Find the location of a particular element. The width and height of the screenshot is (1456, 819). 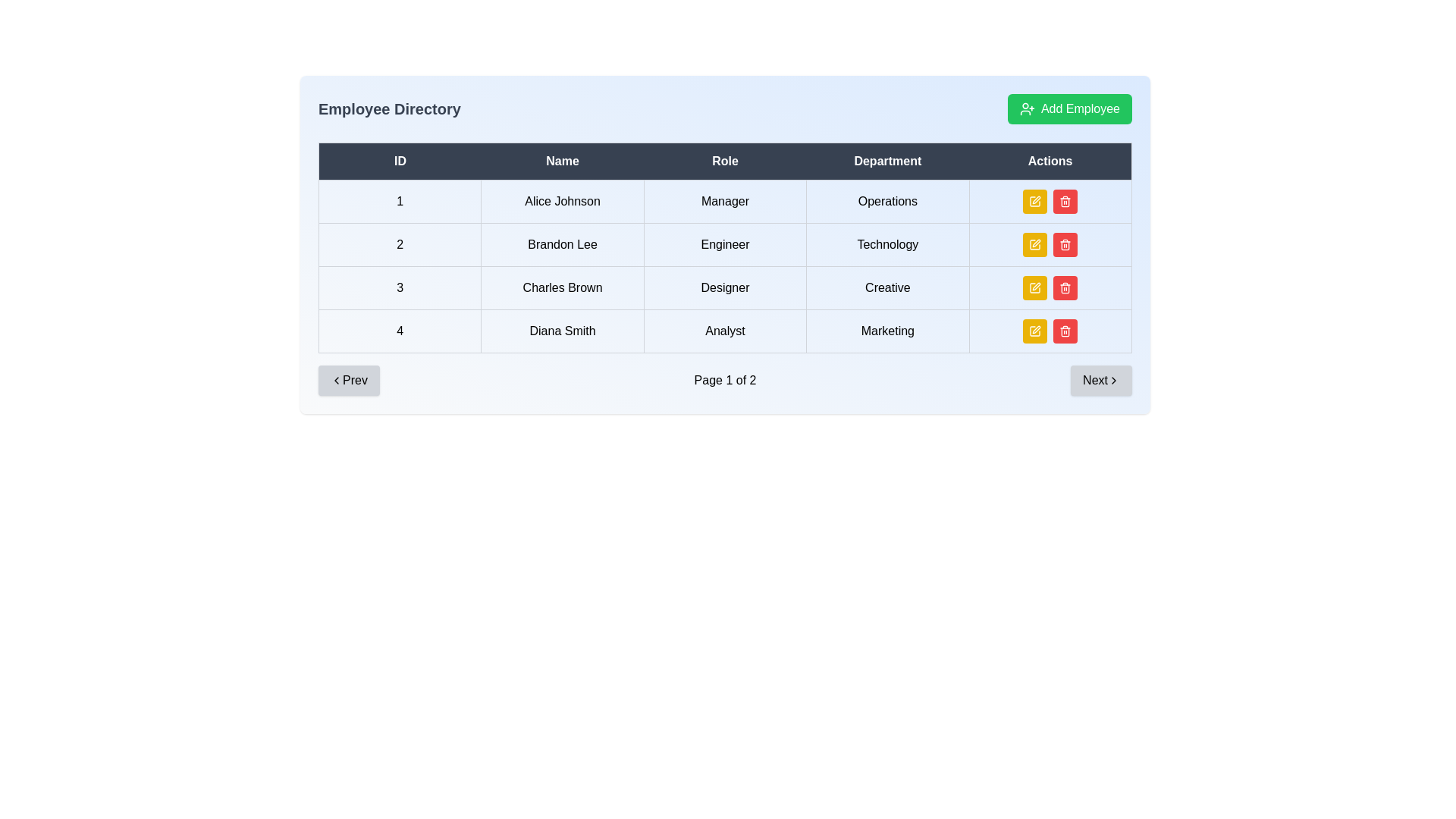

ID number displayed in the first column of the first row of the employee directory table, which identifies the entry preceding 'Alice Johnson' is located at coordinates (400, 201).